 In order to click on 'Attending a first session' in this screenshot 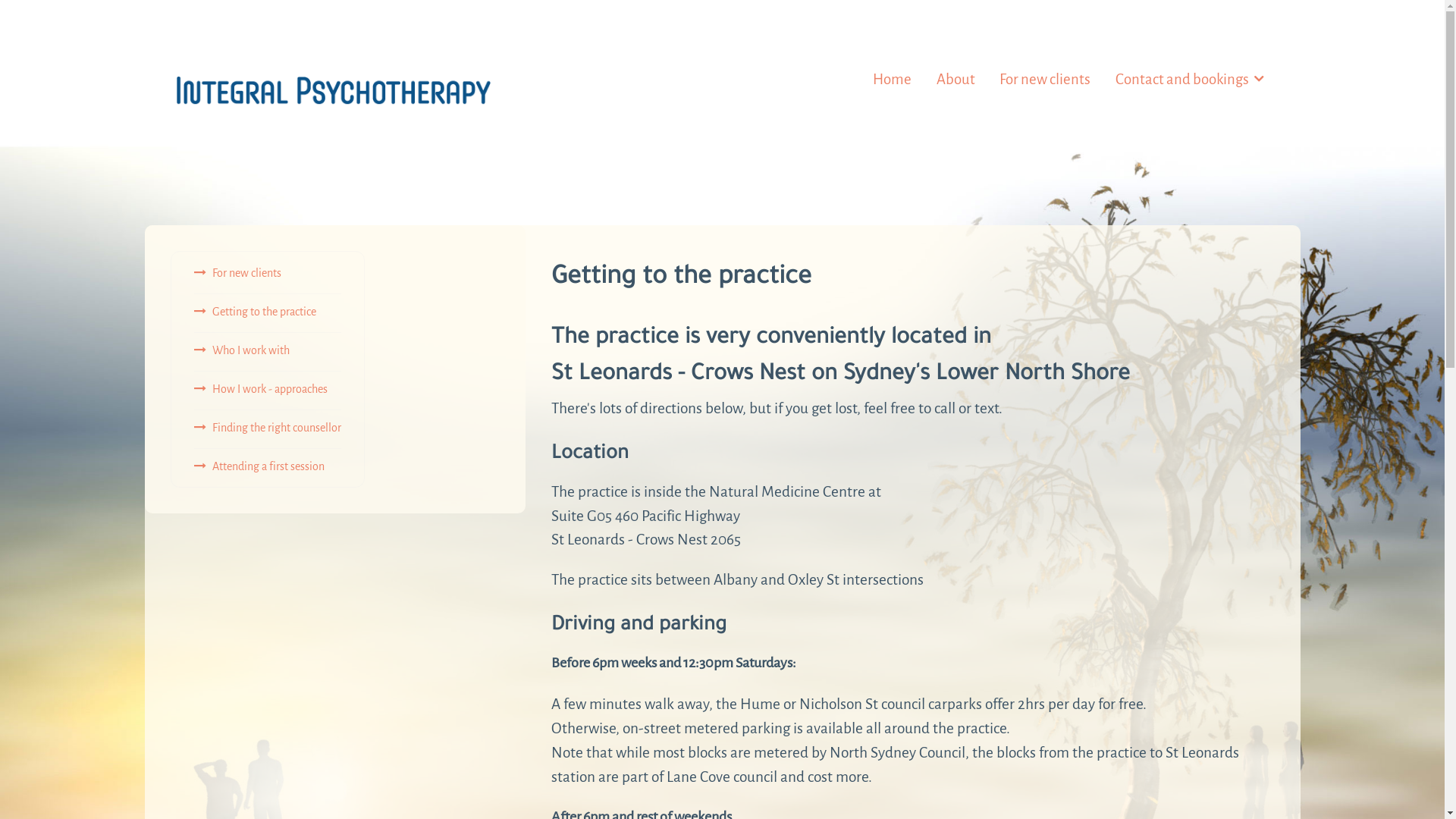, I will do `click(259, 465)`.